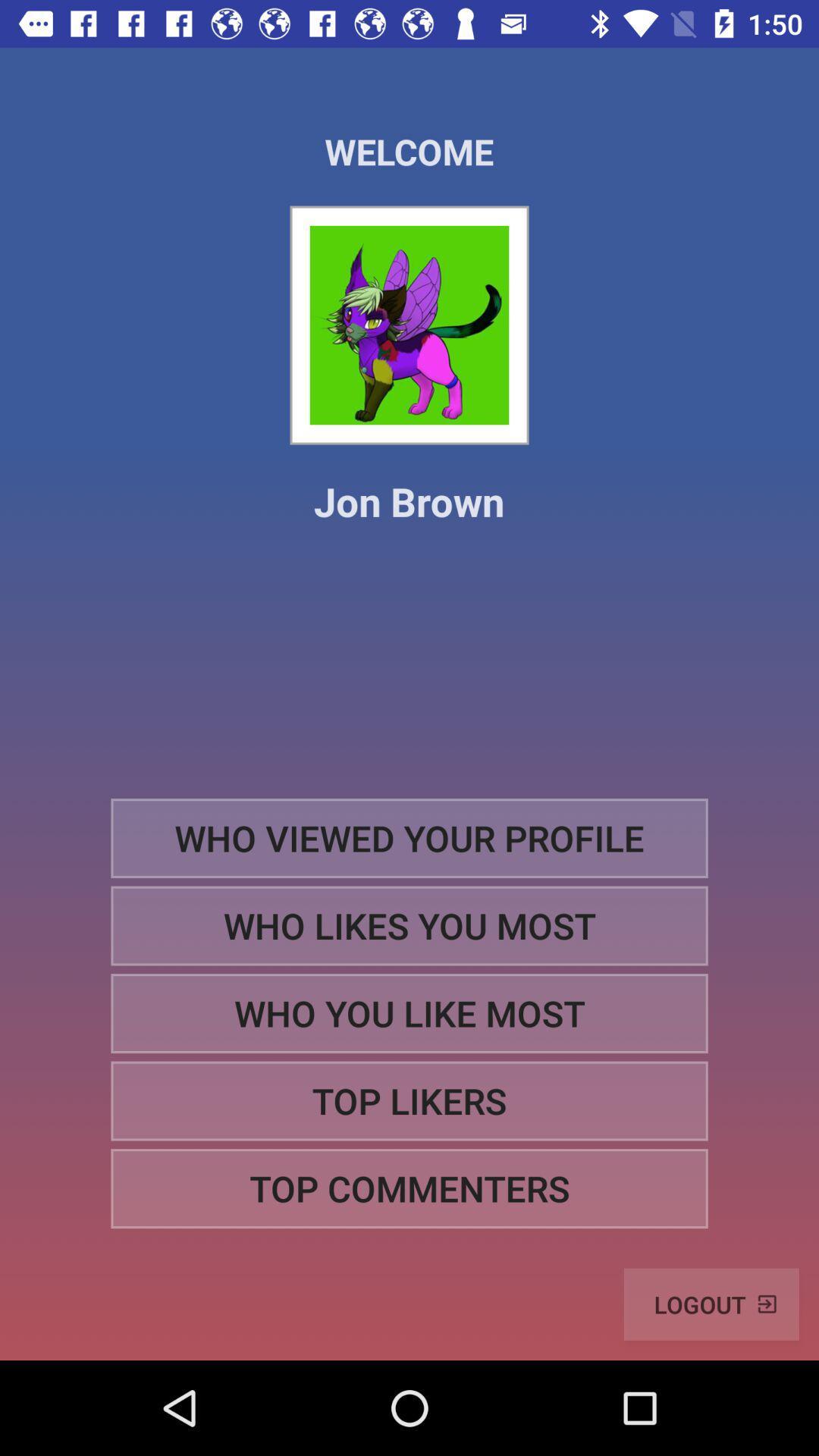 This screenshot has height=1456, width=819. I want to click on icon above logout, so click(409, 1188).